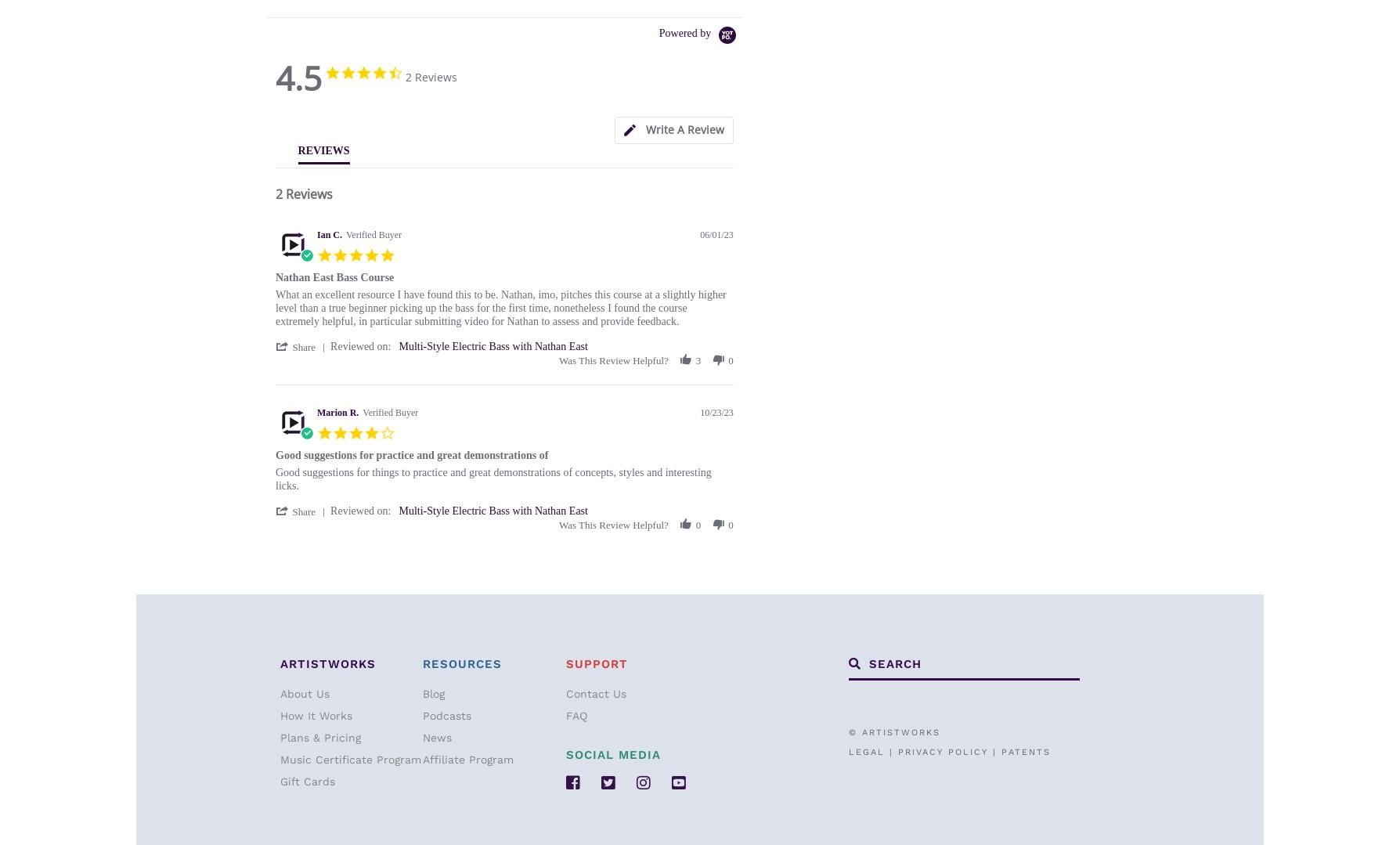 This screenshot has width=1400, height=845. Describe the element at coordinates (296, 150) in the screenshot. I see `'REVIEWS'` at that location.